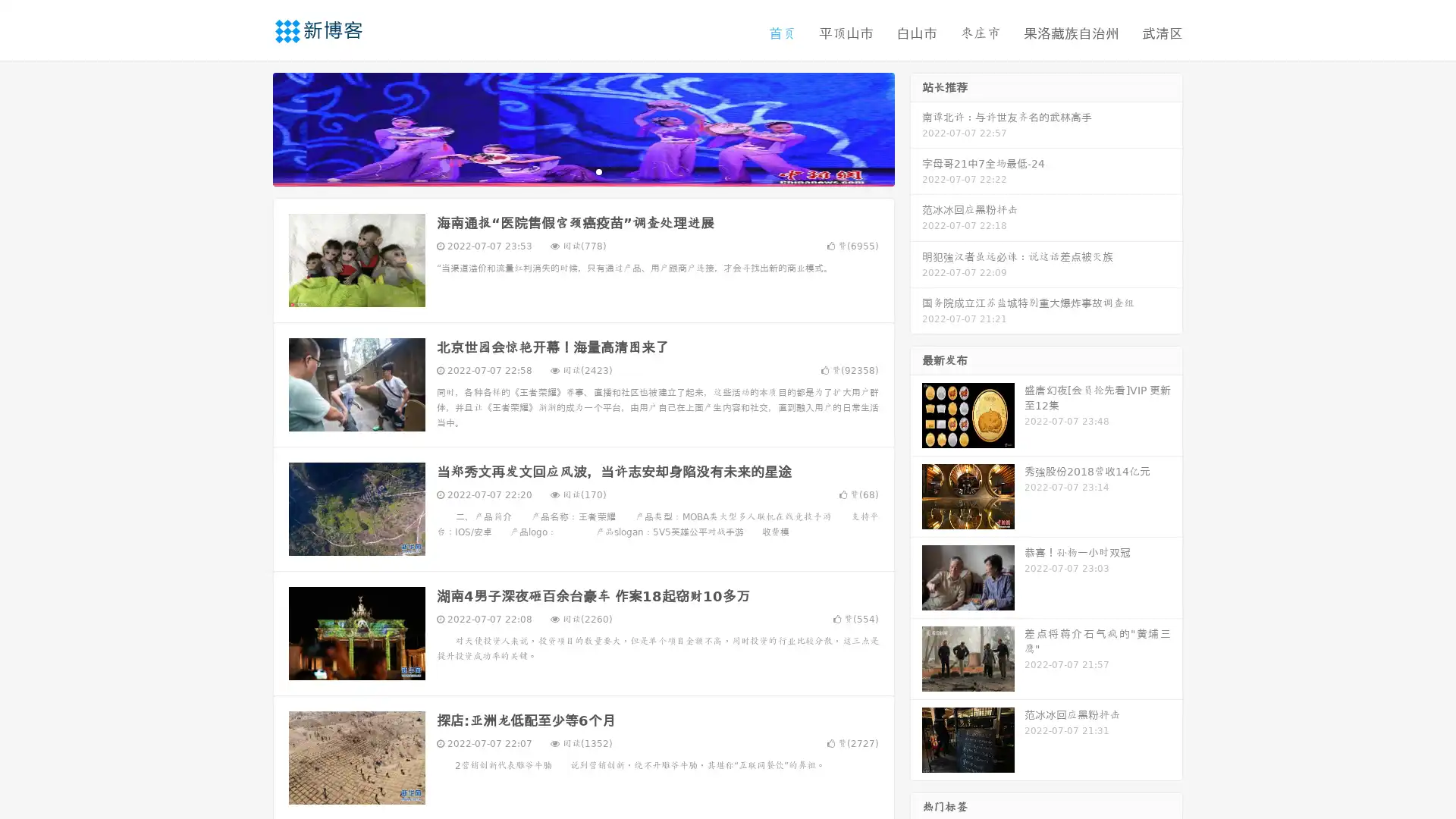 The width and height of the screenshot is (1456, 819). Describe the element at coordinates (250, 127) in the screenshot. I see `Previous slide` at that location.